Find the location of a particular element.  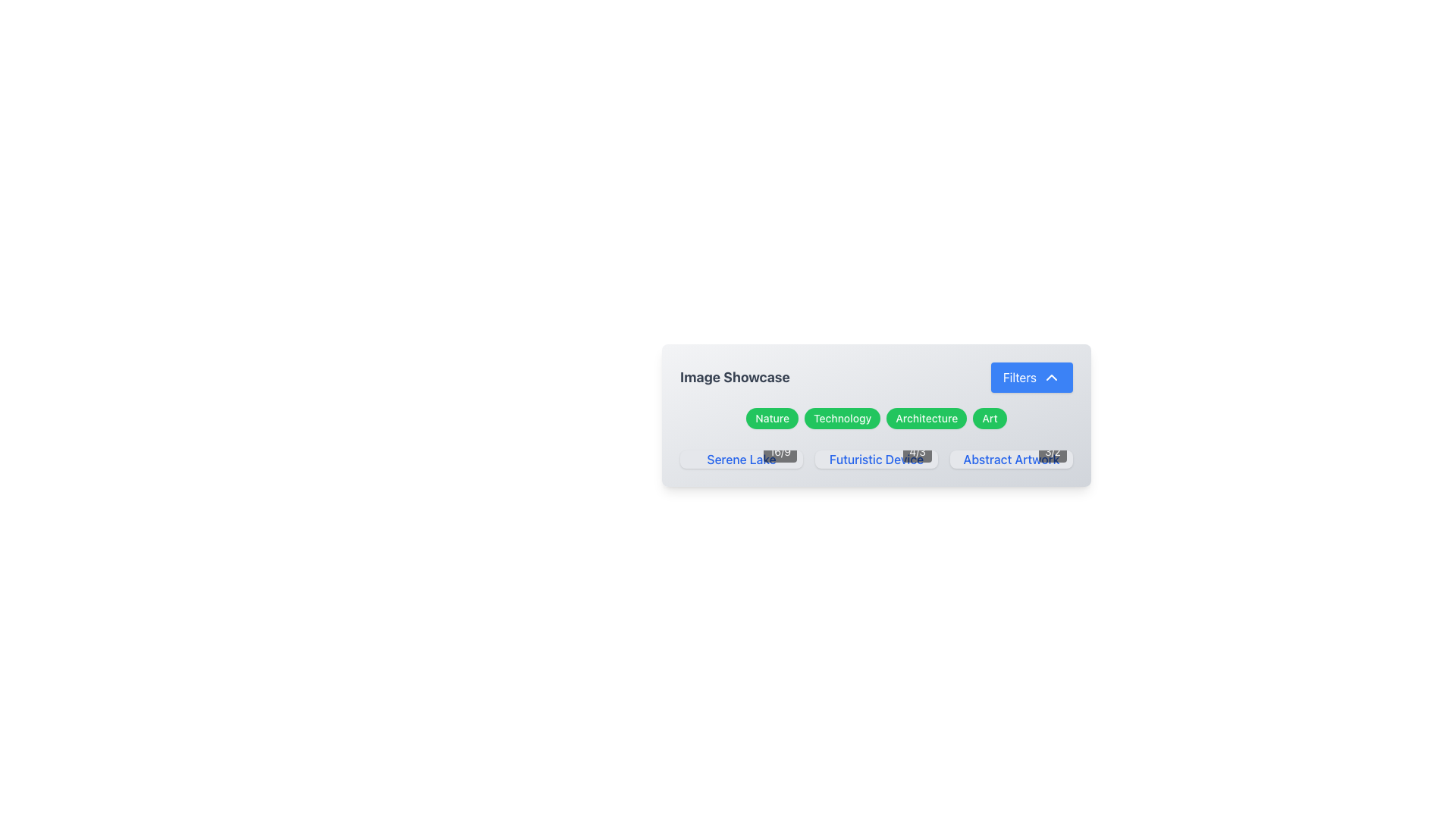

the Chevron Icon located on the right side of the 'Filters' button, which indicates a collapsible or expandable section is located at coordinates (1051, 376).